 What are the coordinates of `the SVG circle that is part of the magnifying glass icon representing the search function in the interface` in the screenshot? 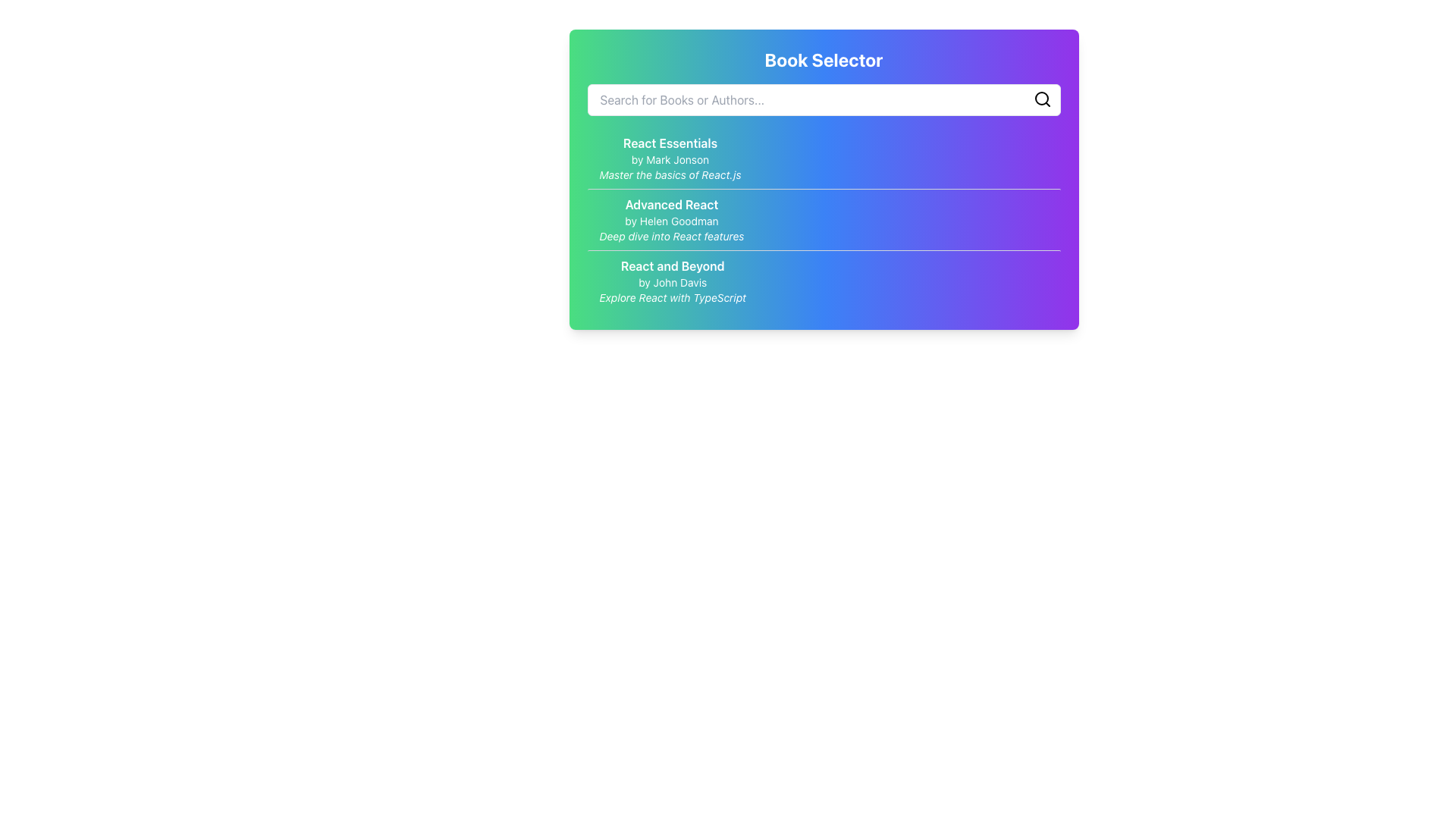 It's located at (1040, 99).